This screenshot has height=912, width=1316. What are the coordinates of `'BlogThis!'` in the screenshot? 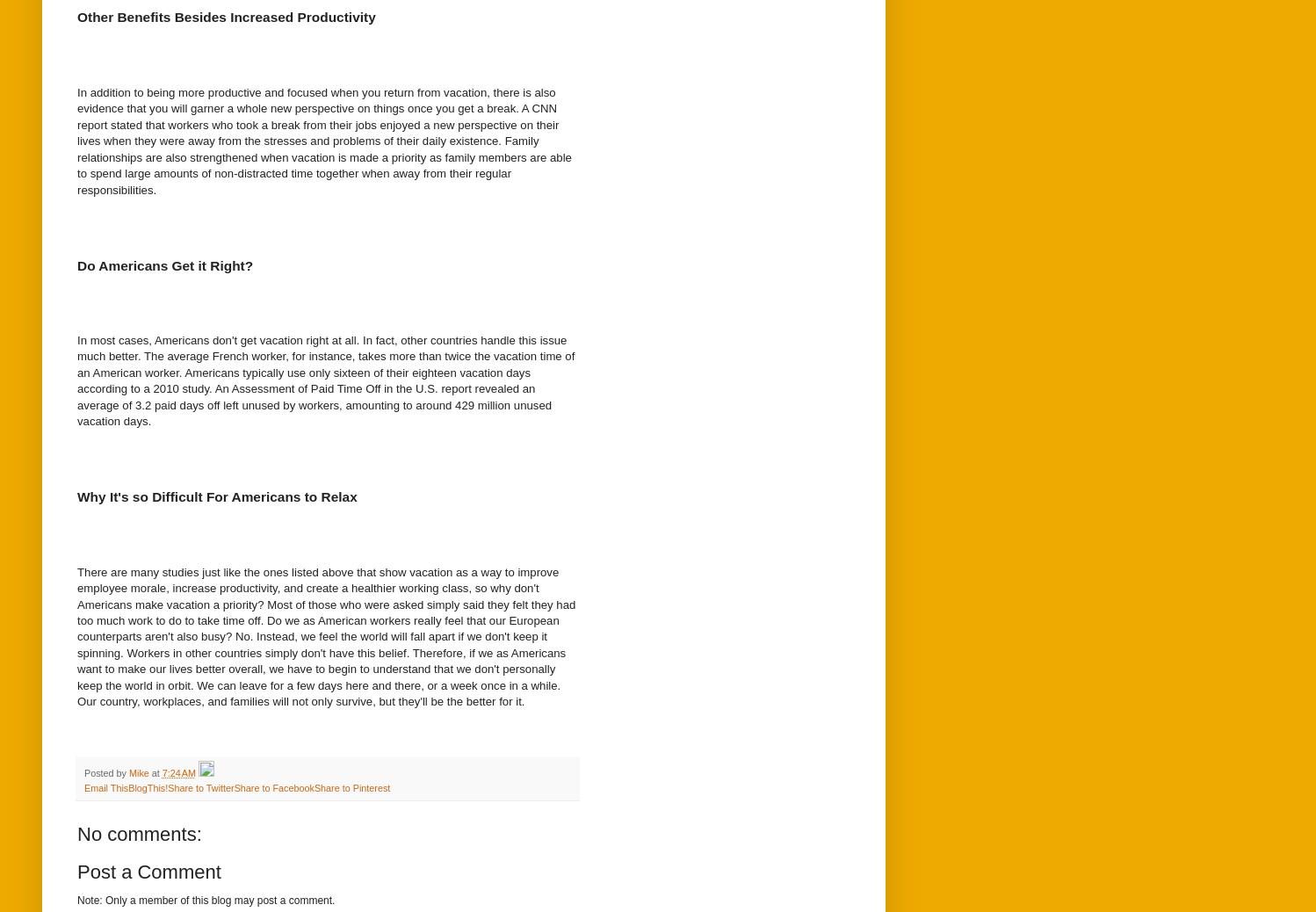 It's located at (147, 787).